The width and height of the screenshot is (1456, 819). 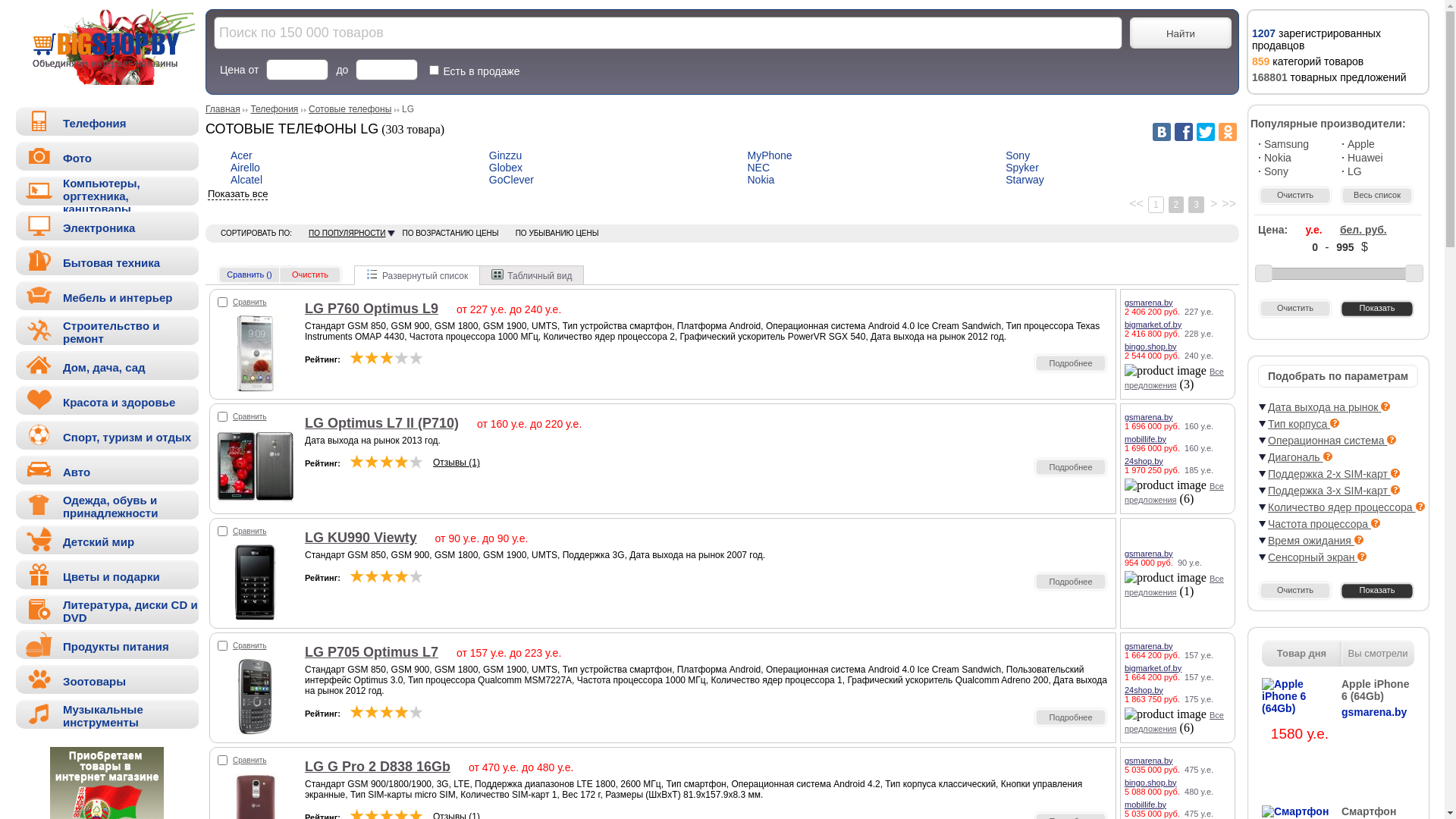 I want to click on 'LG Optimus L7 II (P710)', so click(x=381, y=423).